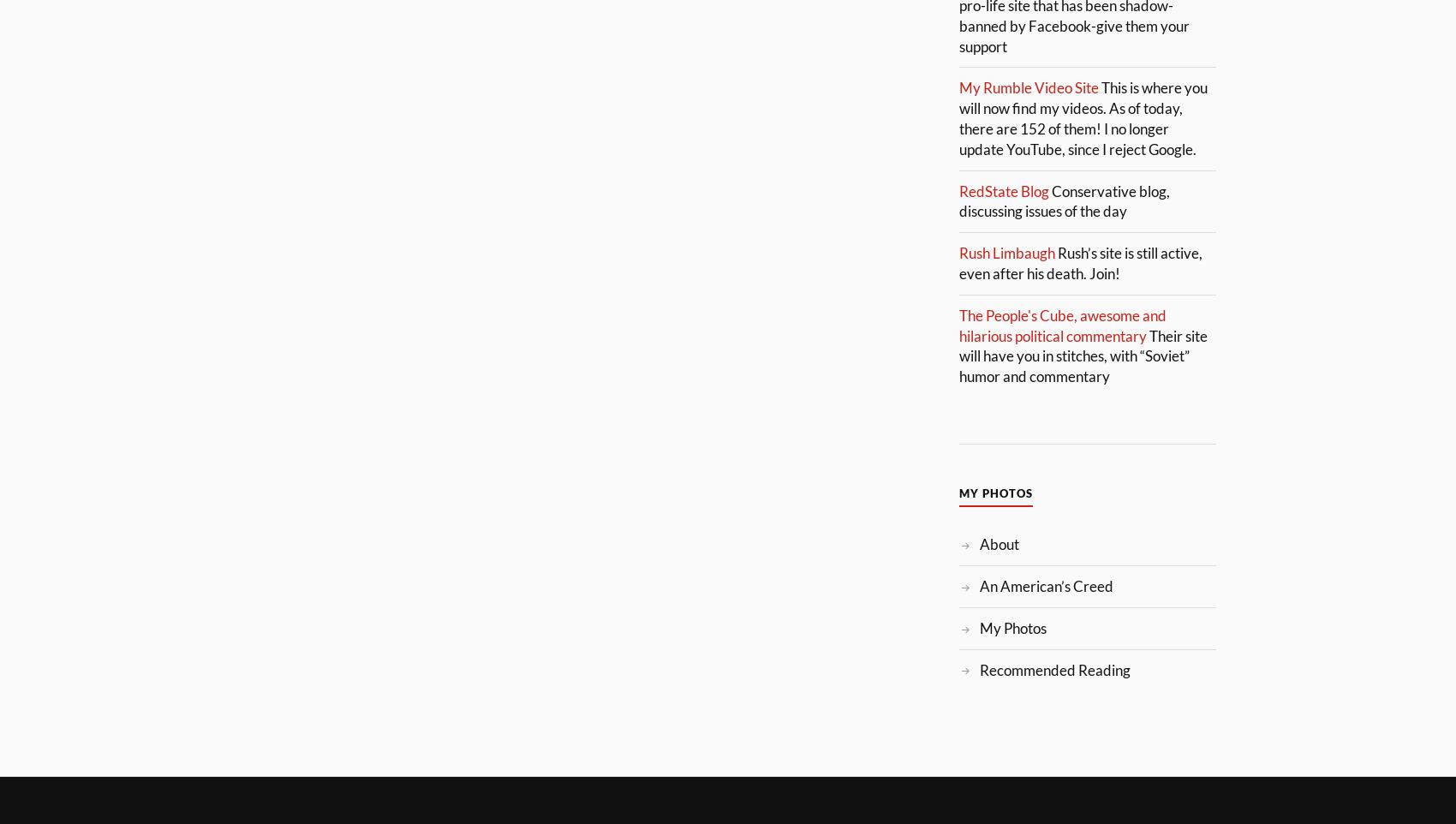 The height and width of the screenshot is (824, 1456). What do you see at coordinates (1080, 262) in the screenshot?
I see `'Rush’s site is still active, even after his death.  Join!'` at bounding box center [1080, 262].